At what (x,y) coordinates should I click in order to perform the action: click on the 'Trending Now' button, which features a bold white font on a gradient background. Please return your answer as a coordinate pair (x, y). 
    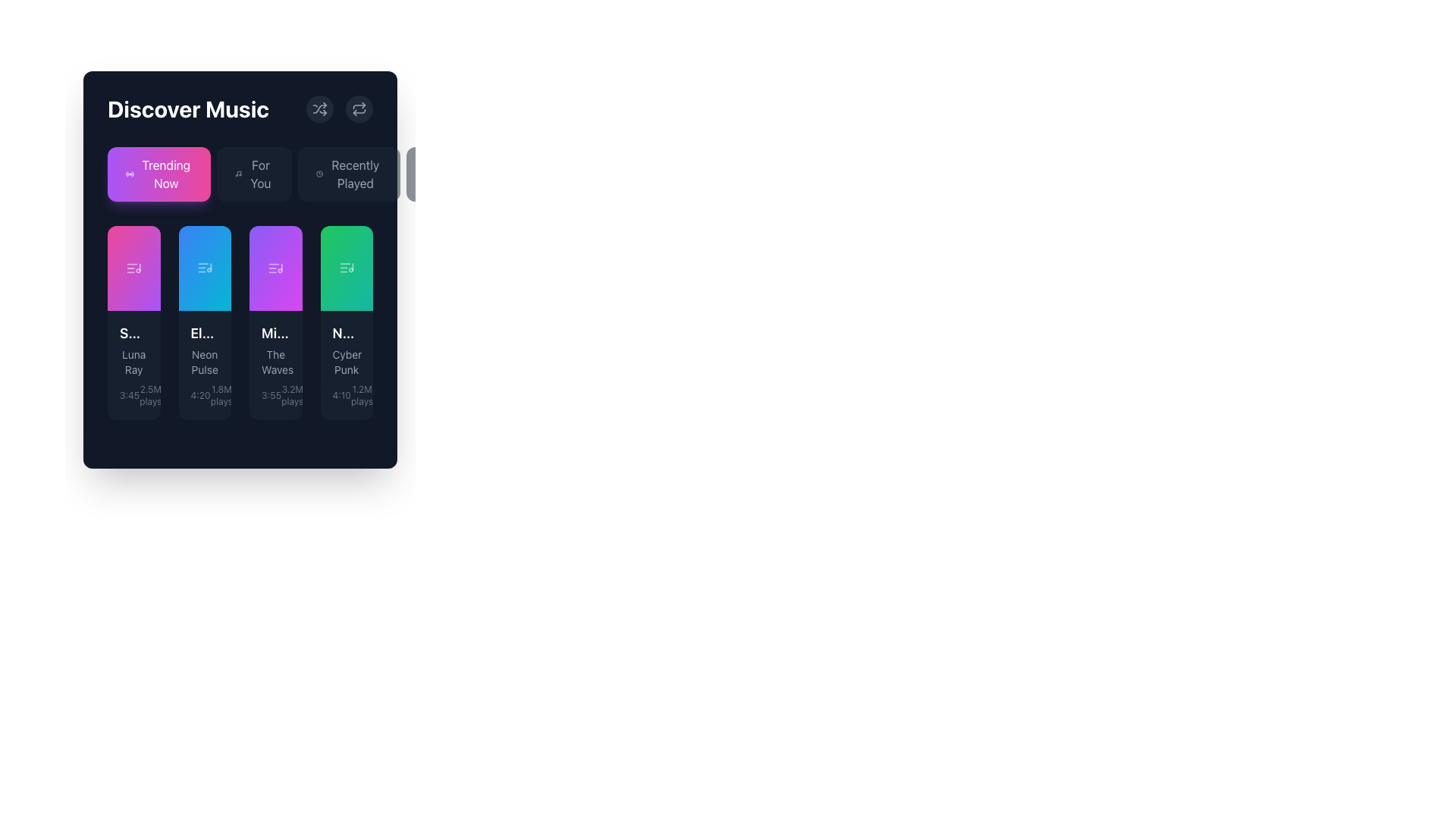
    Looking at the image, I should click on (166, 174).